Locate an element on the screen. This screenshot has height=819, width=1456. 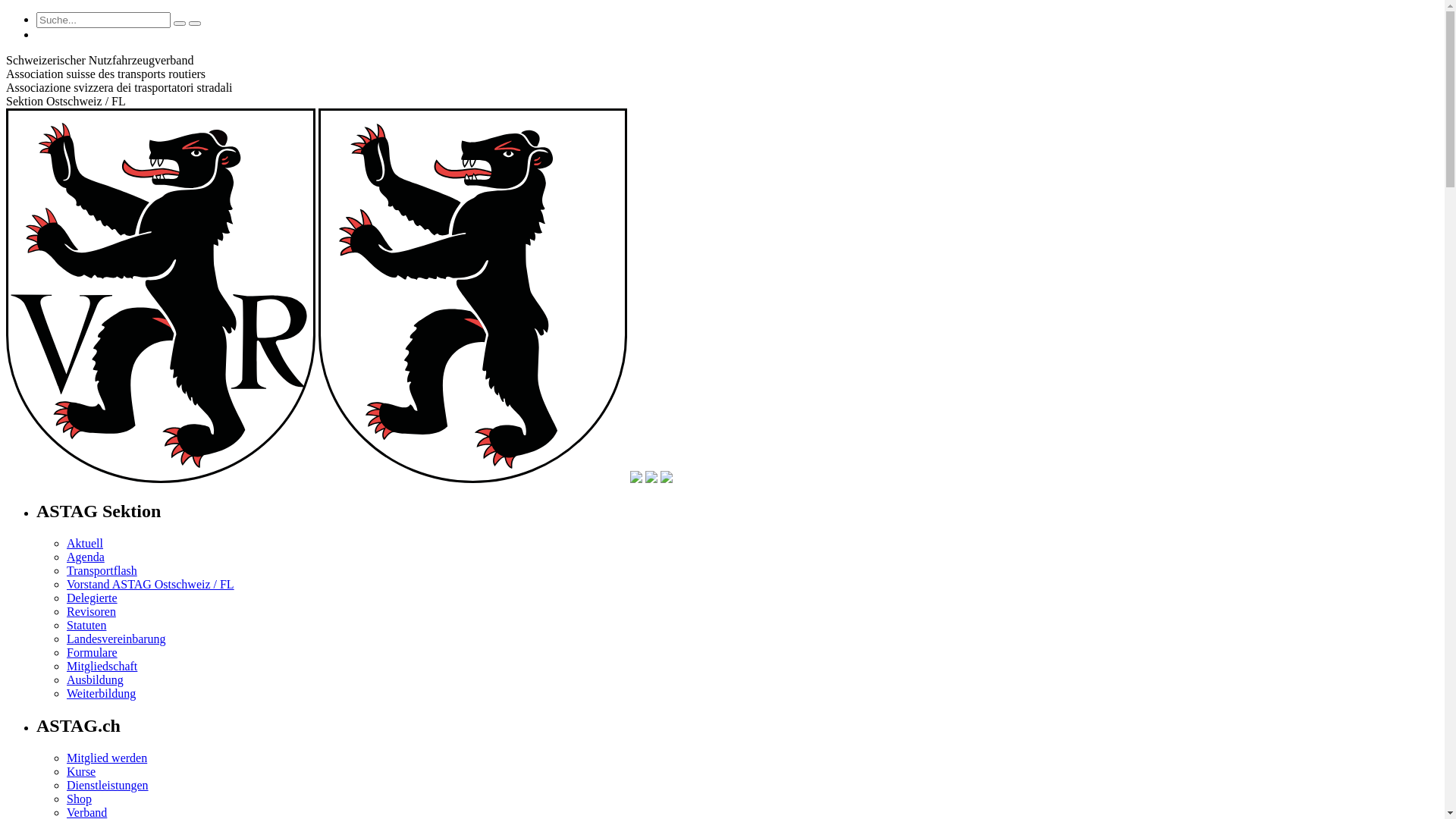
'Mitglied werden' is located at coordinates (105, 758).